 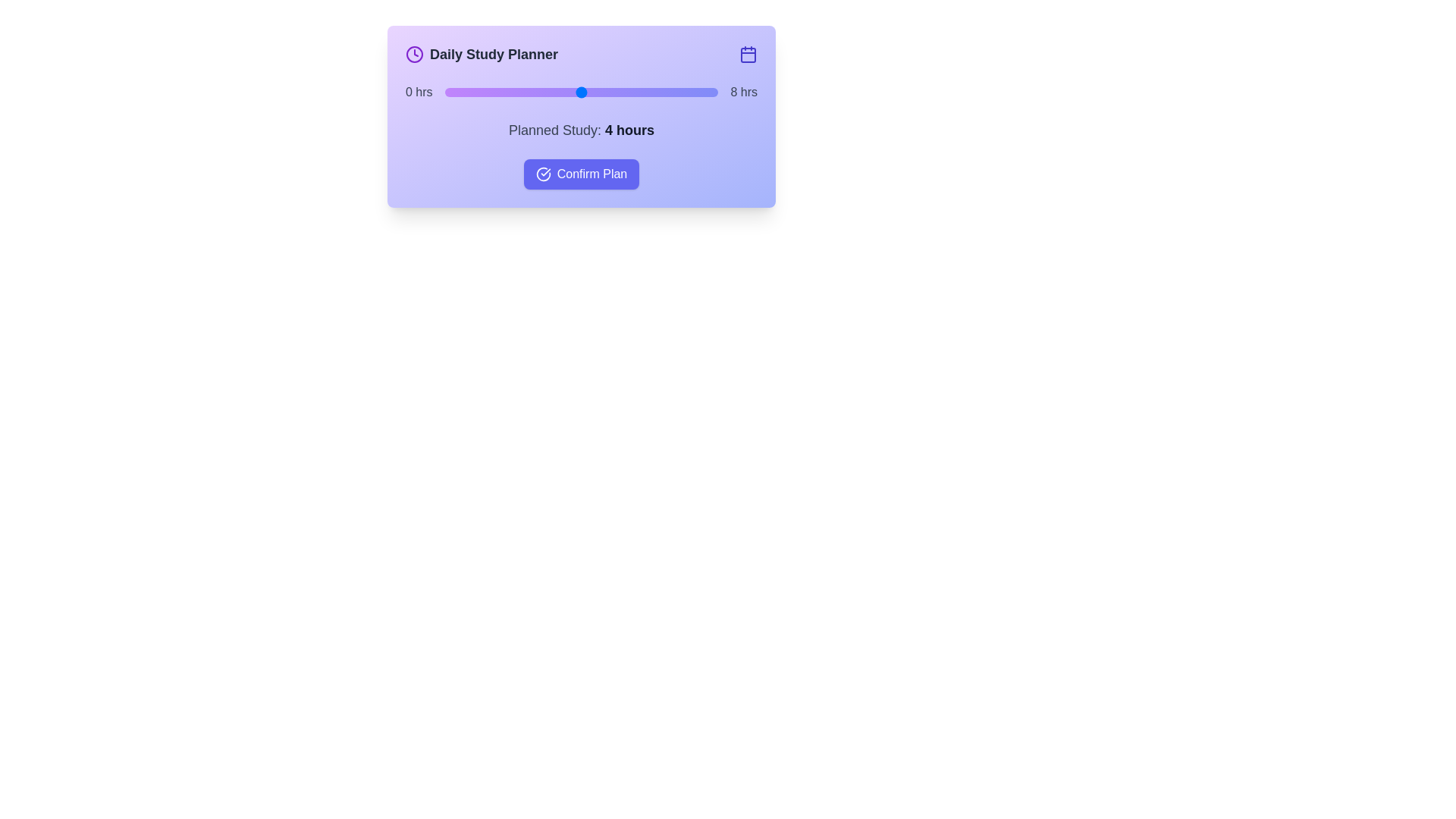 I want to click on the slider to set the study hours to 0, so click(x=444, y=93).